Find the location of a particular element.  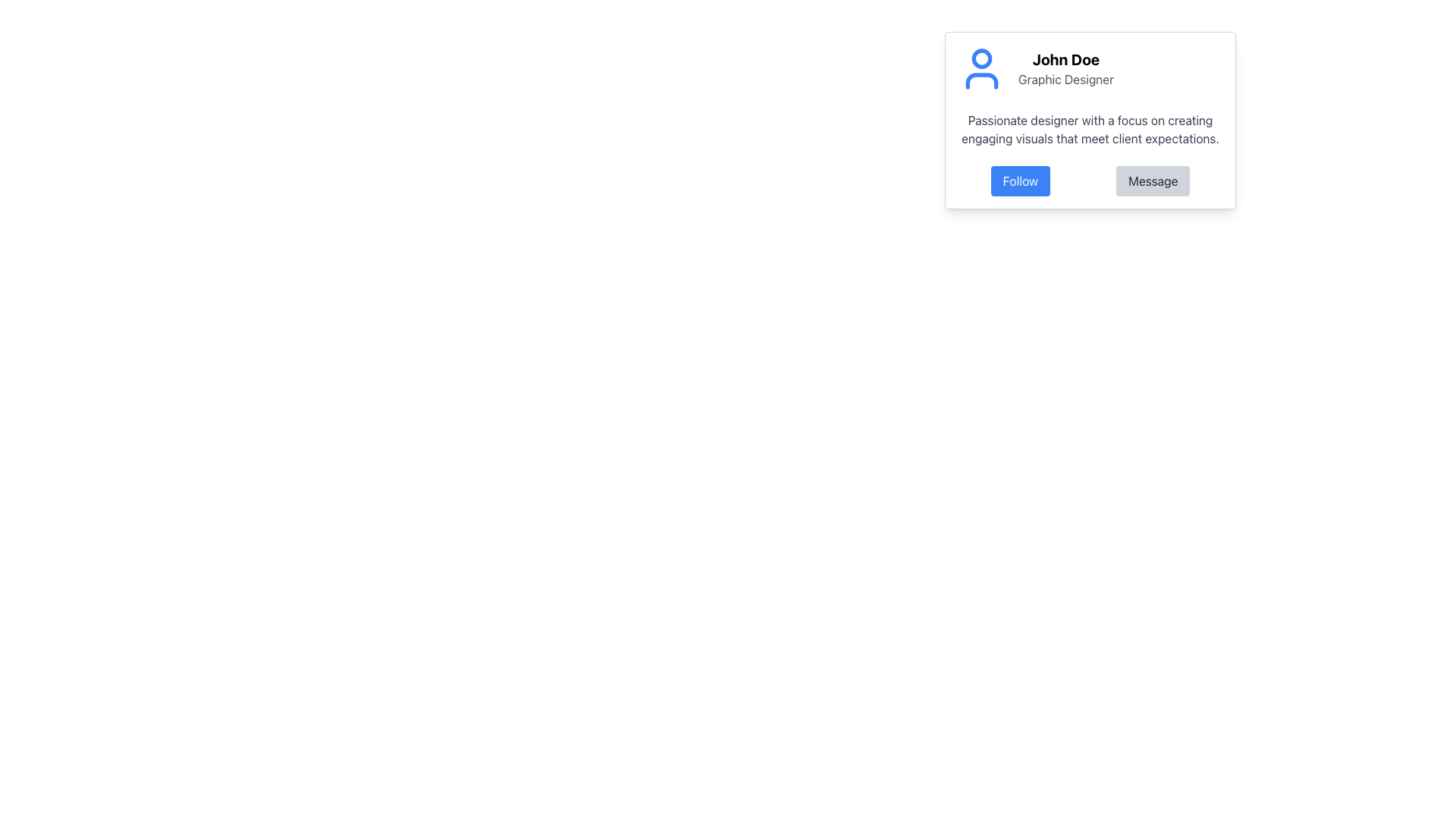

the 'Follow' button with a blue background and white text is located at coordinates (1020, 180).